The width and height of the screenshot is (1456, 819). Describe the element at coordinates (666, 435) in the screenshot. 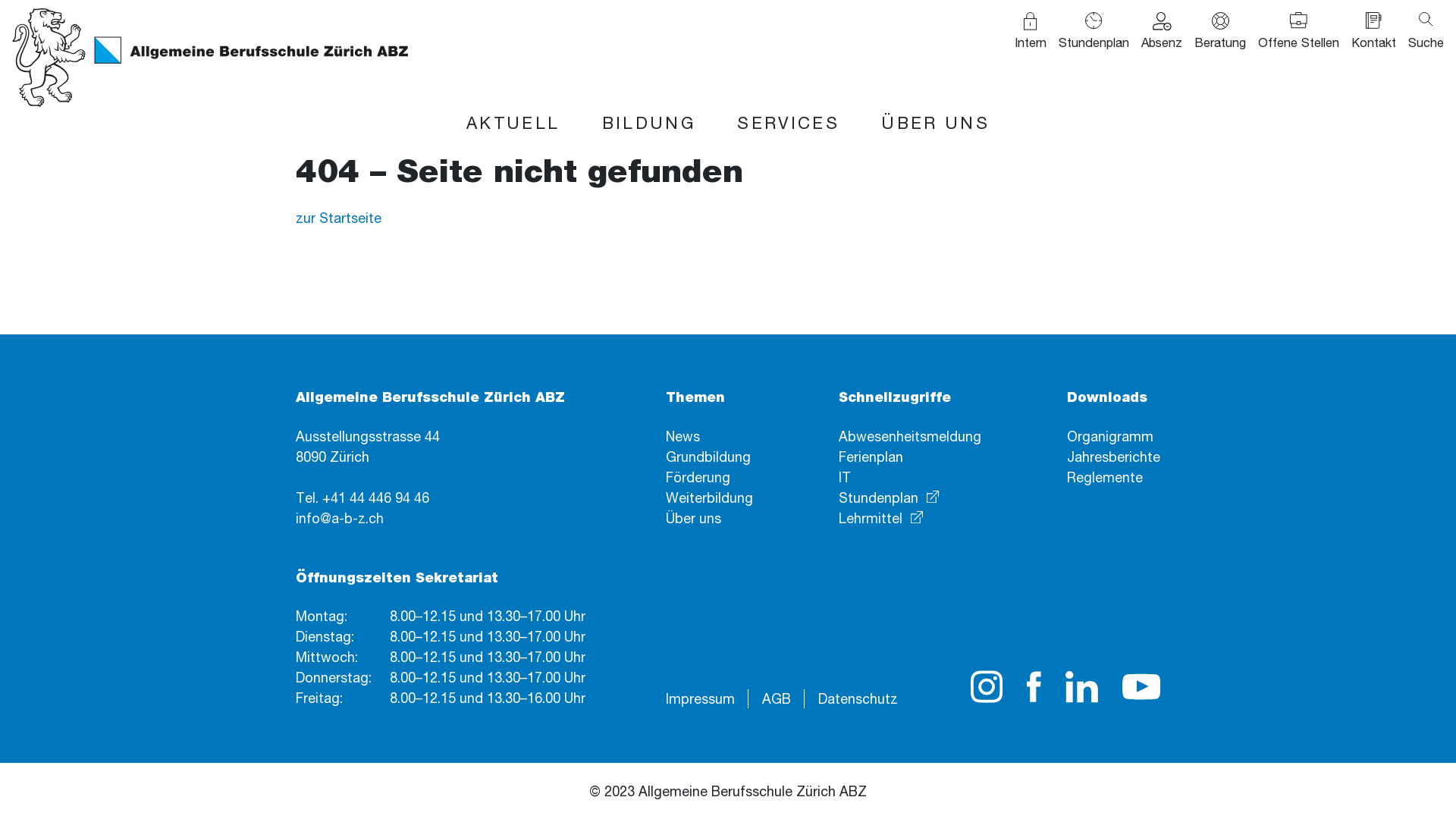

I see `'News'` at that location.